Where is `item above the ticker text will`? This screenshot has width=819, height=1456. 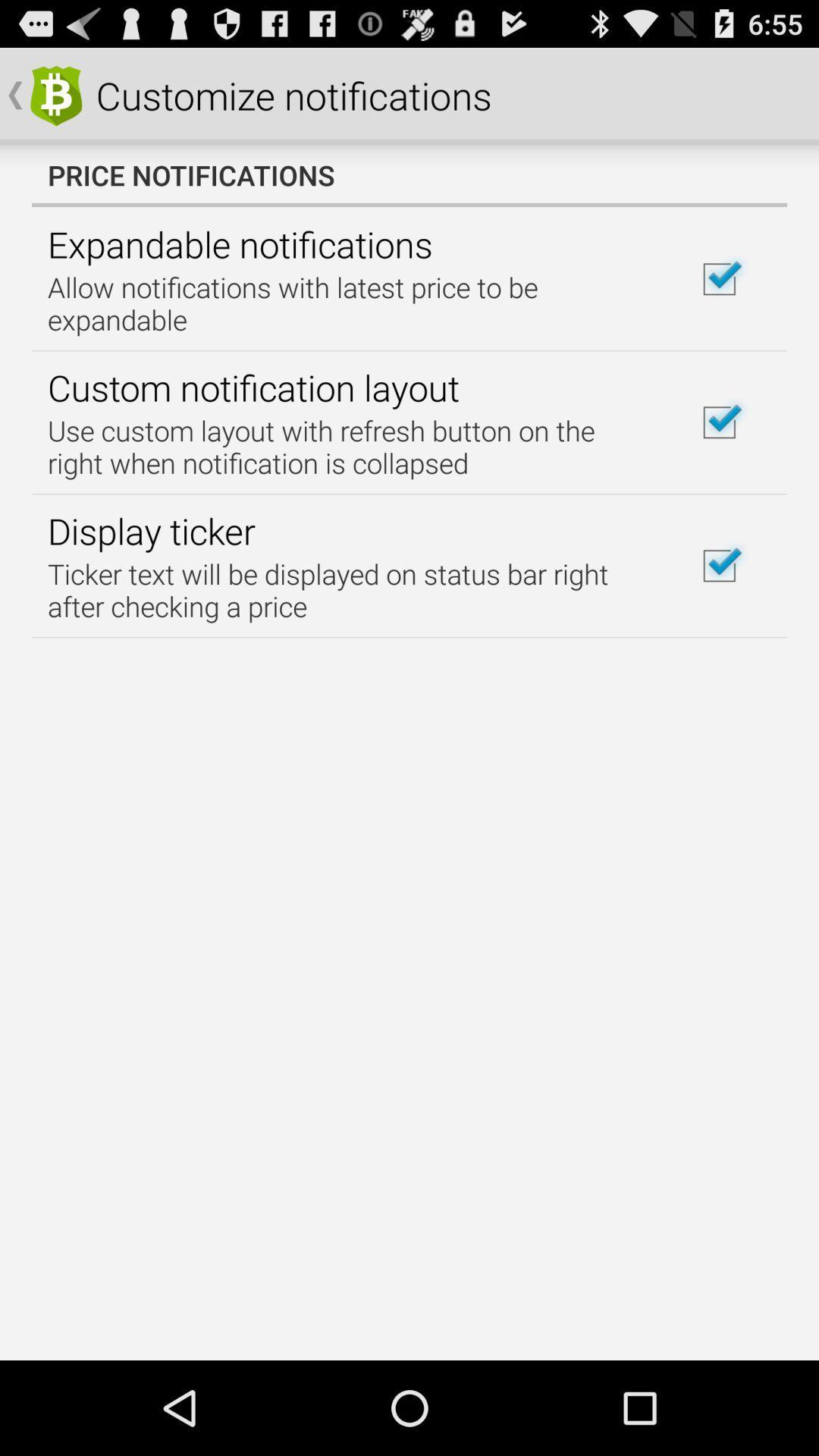
item above the ticker text will is located at coordinates (151, 531).